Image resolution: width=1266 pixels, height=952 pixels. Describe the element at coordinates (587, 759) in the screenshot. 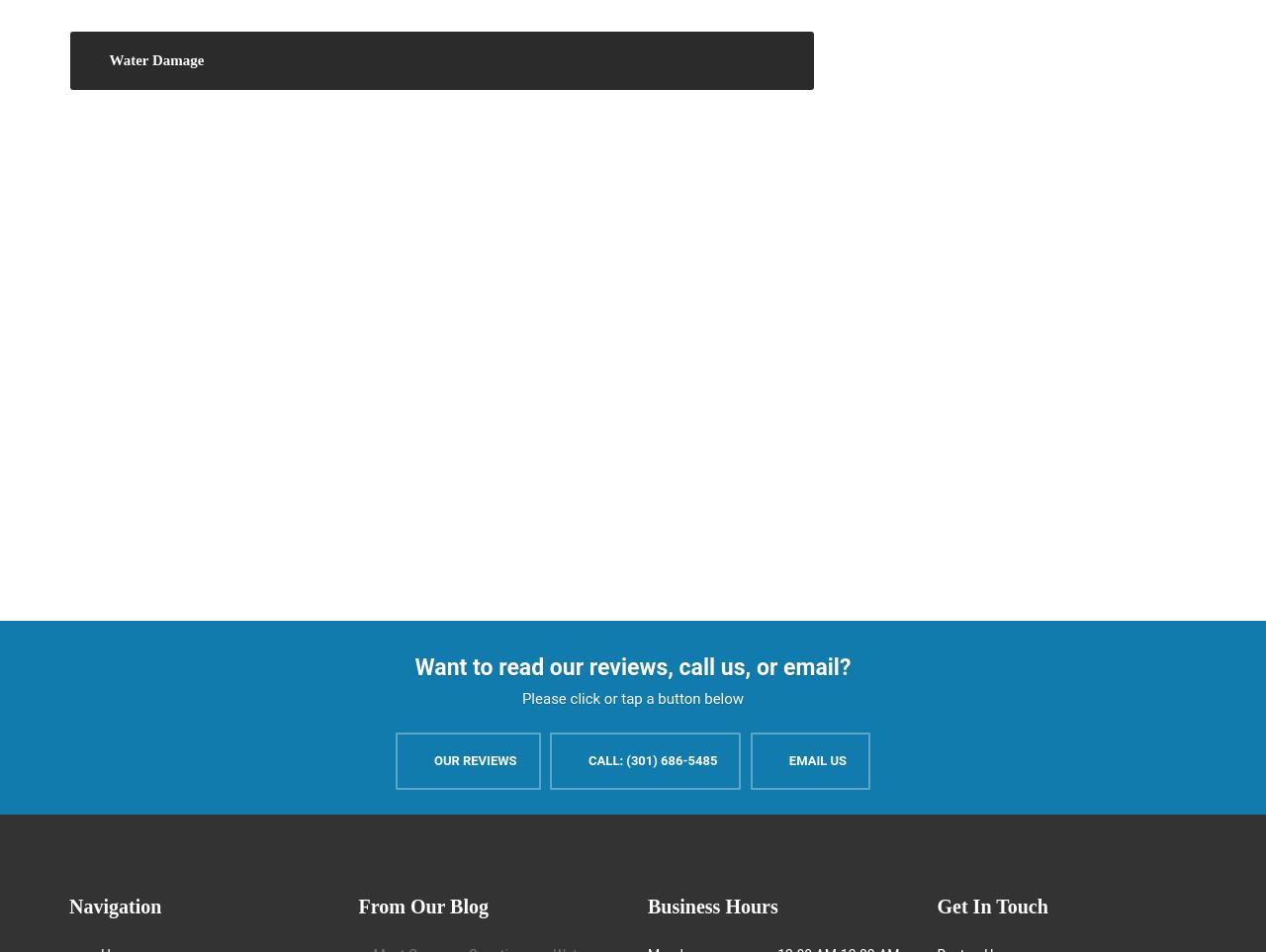

I see `'Call: (301) 686-5485'` at that location.